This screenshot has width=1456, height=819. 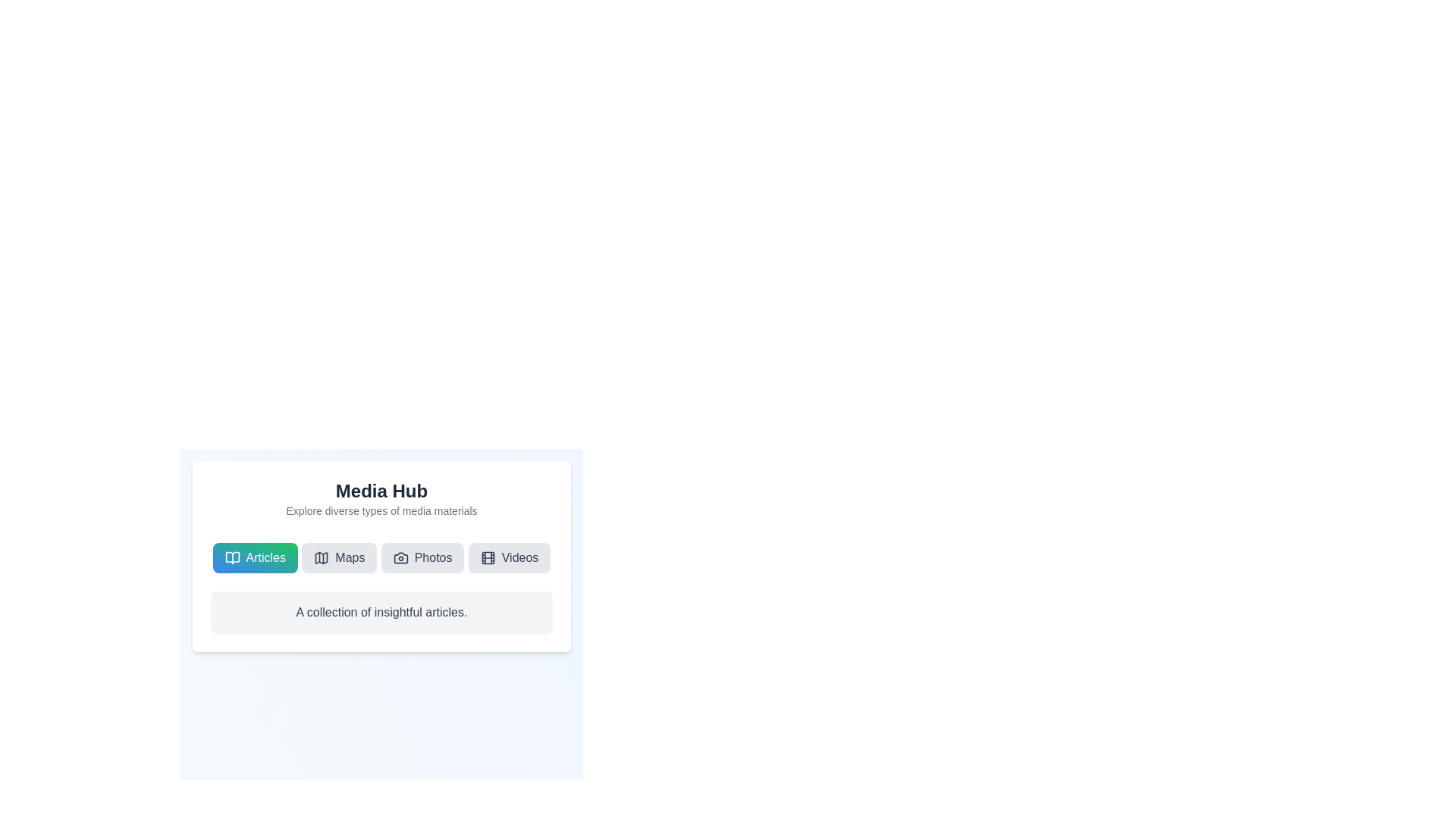 I want to click on the camera icon within the 'Photos' button, so click(x=400, y=558).